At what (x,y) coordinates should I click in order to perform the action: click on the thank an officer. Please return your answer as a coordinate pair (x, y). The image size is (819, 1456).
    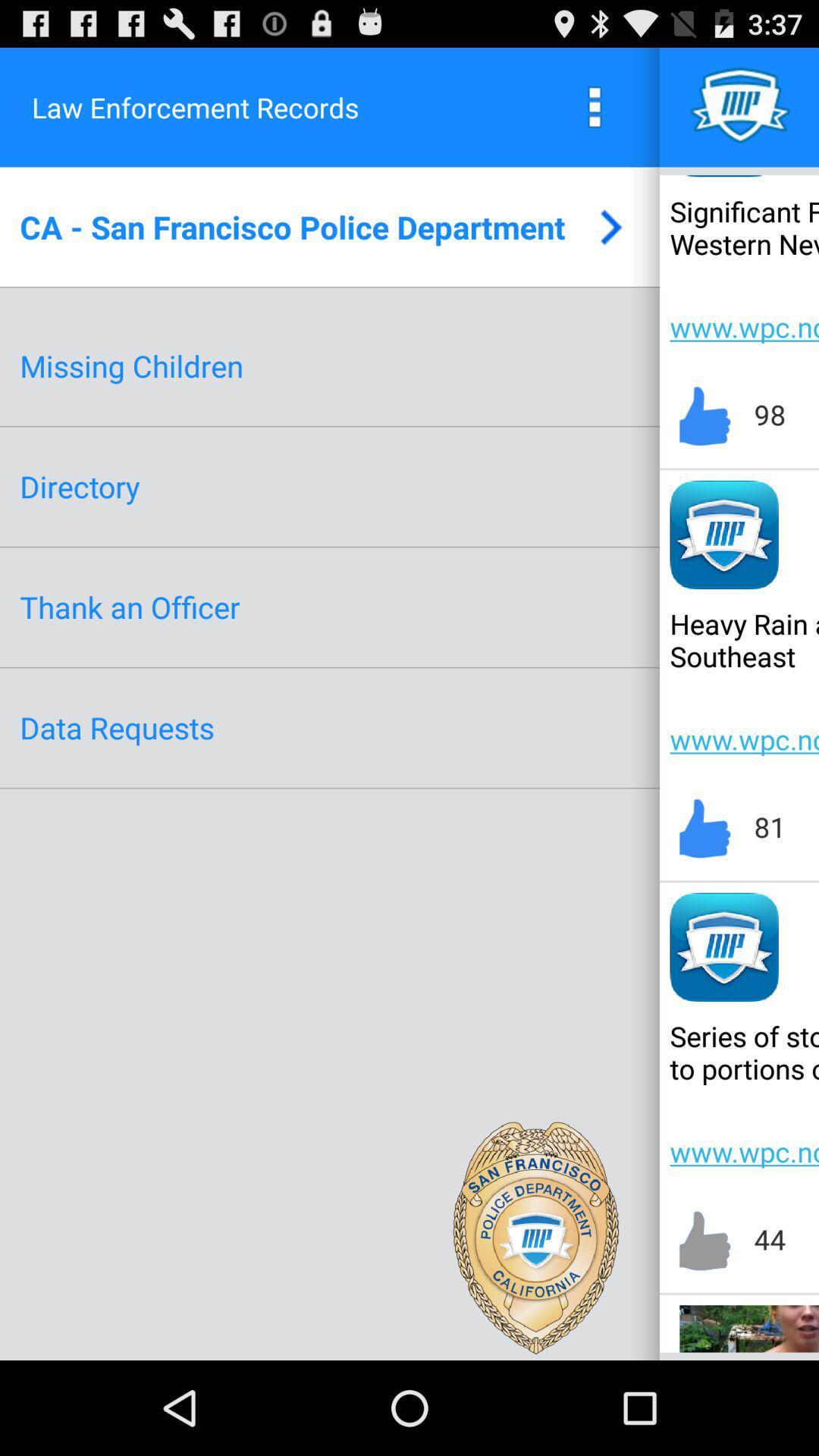
    Looking at the image, I should click on (129, 607).